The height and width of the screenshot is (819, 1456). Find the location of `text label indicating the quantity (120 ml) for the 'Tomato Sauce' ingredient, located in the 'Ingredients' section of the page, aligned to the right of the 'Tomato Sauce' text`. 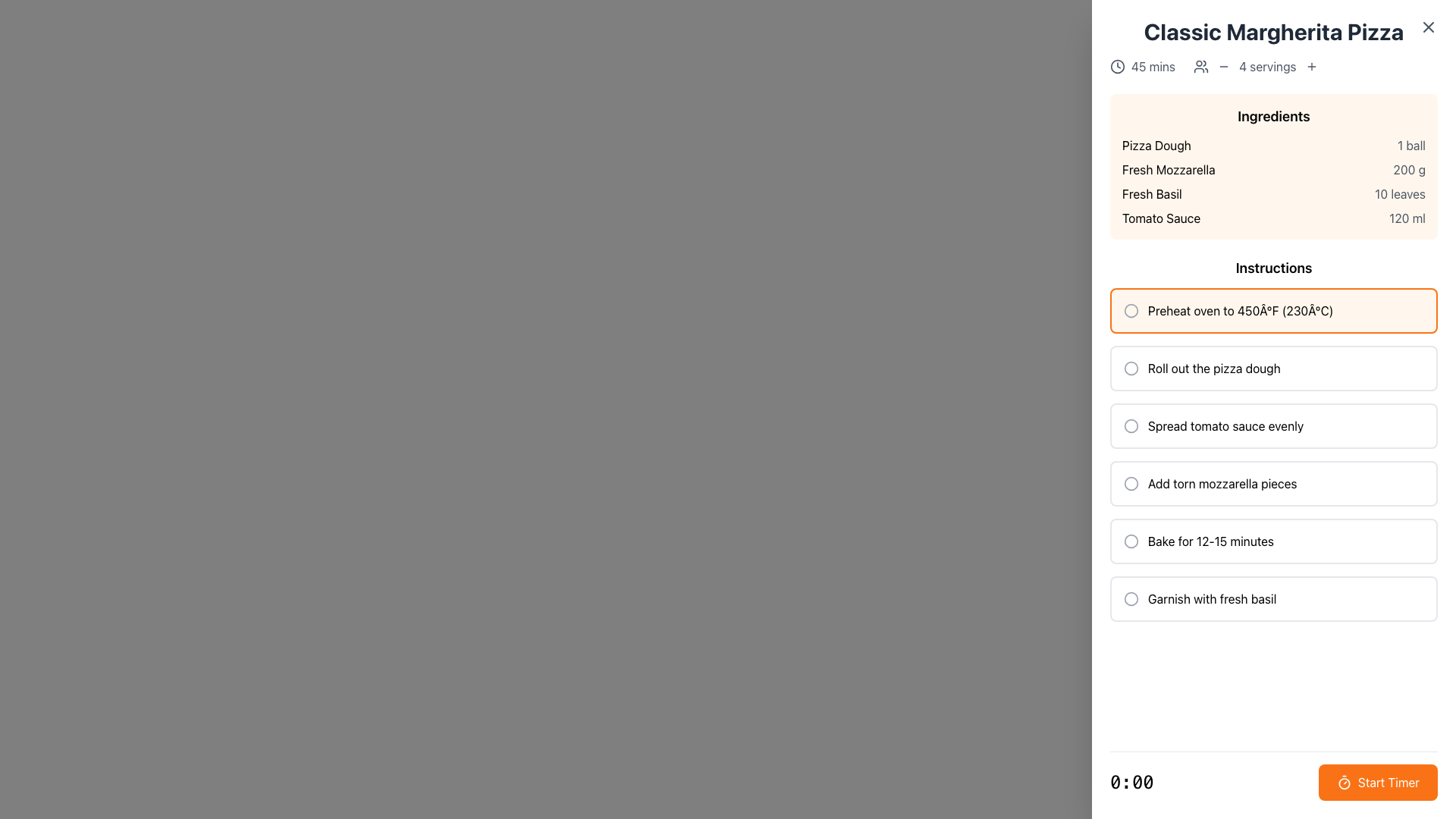

text label indicating the quantity (120 ml) for the 'Tomato Sauce' ingredient, located in the 'Ingredients' section of the page, aligned to the right of the 'Tomato Sauce' text is located at coordinates (1407, 218).